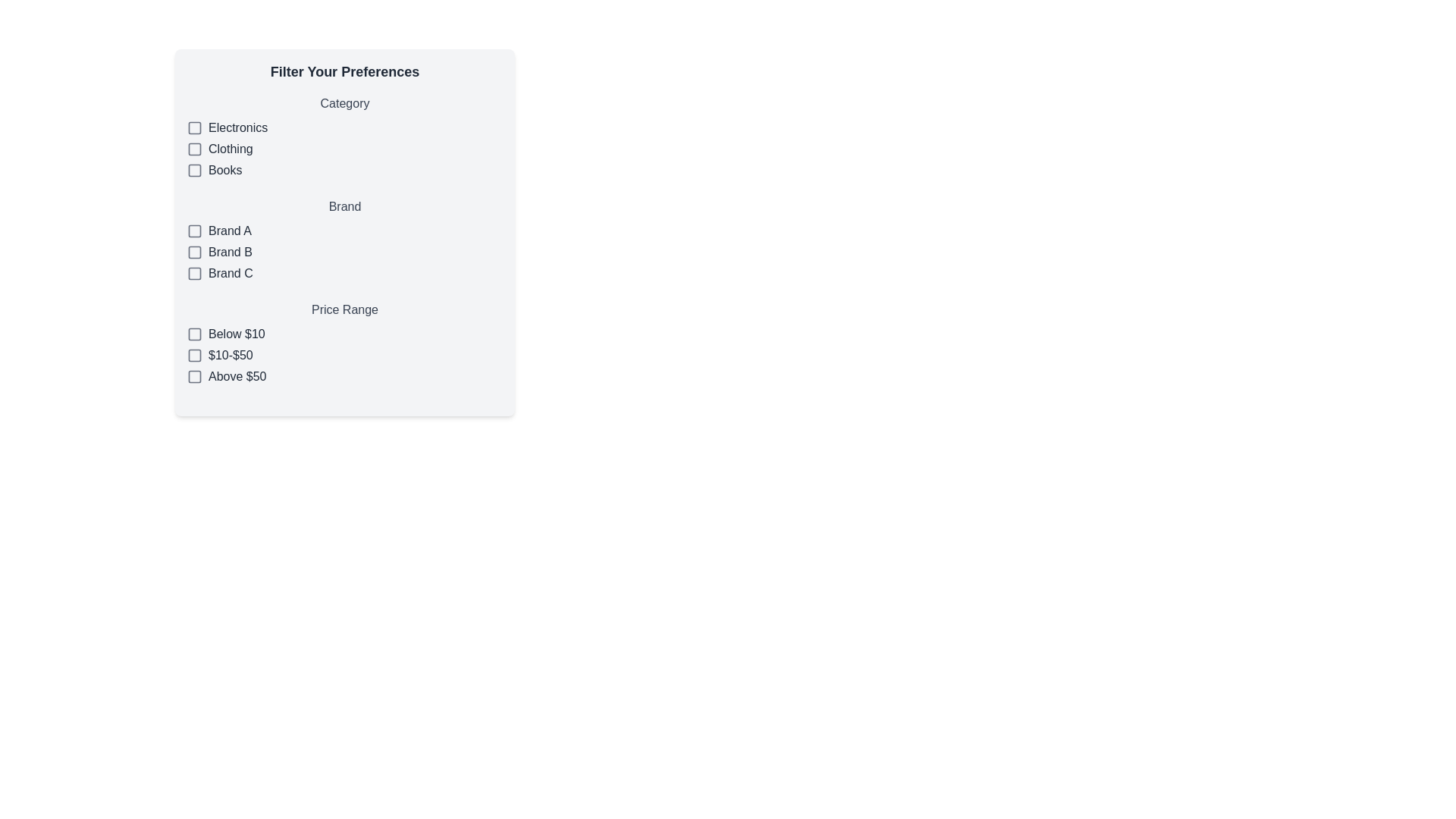 The height and width of the screenshot is (819, 1456). Describe the element at coordinates (229, 251) in the screenshot. I see `the checkbox associated with the 'Brand B' label, which is the second option under the 'Brand' section, located to the left of the label` at that location.